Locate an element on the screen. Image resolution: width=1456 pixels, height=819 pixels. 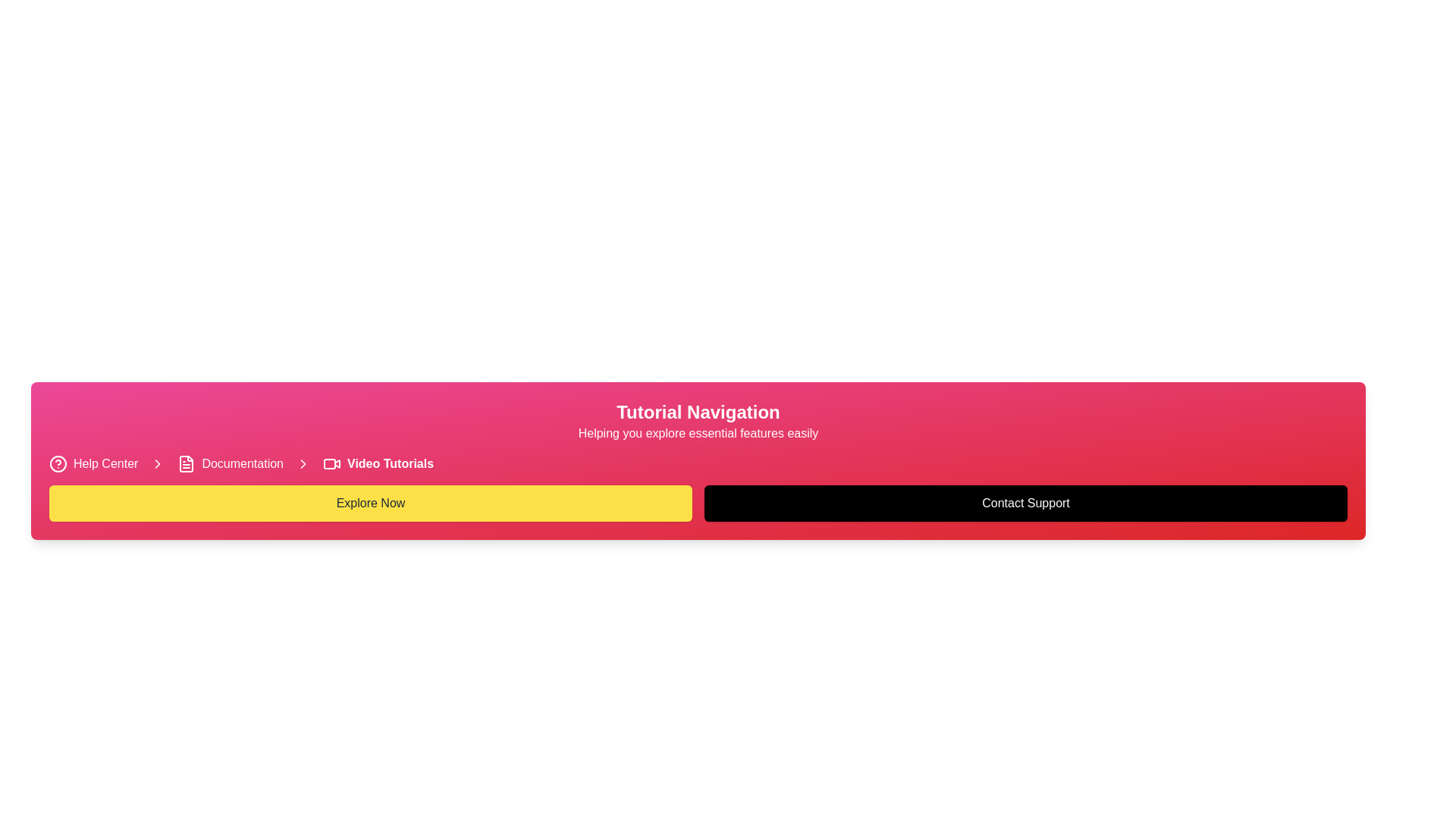
the hyperlink next to the question mark icon in the lower left section of the interface is located at coordinates (105, 463).